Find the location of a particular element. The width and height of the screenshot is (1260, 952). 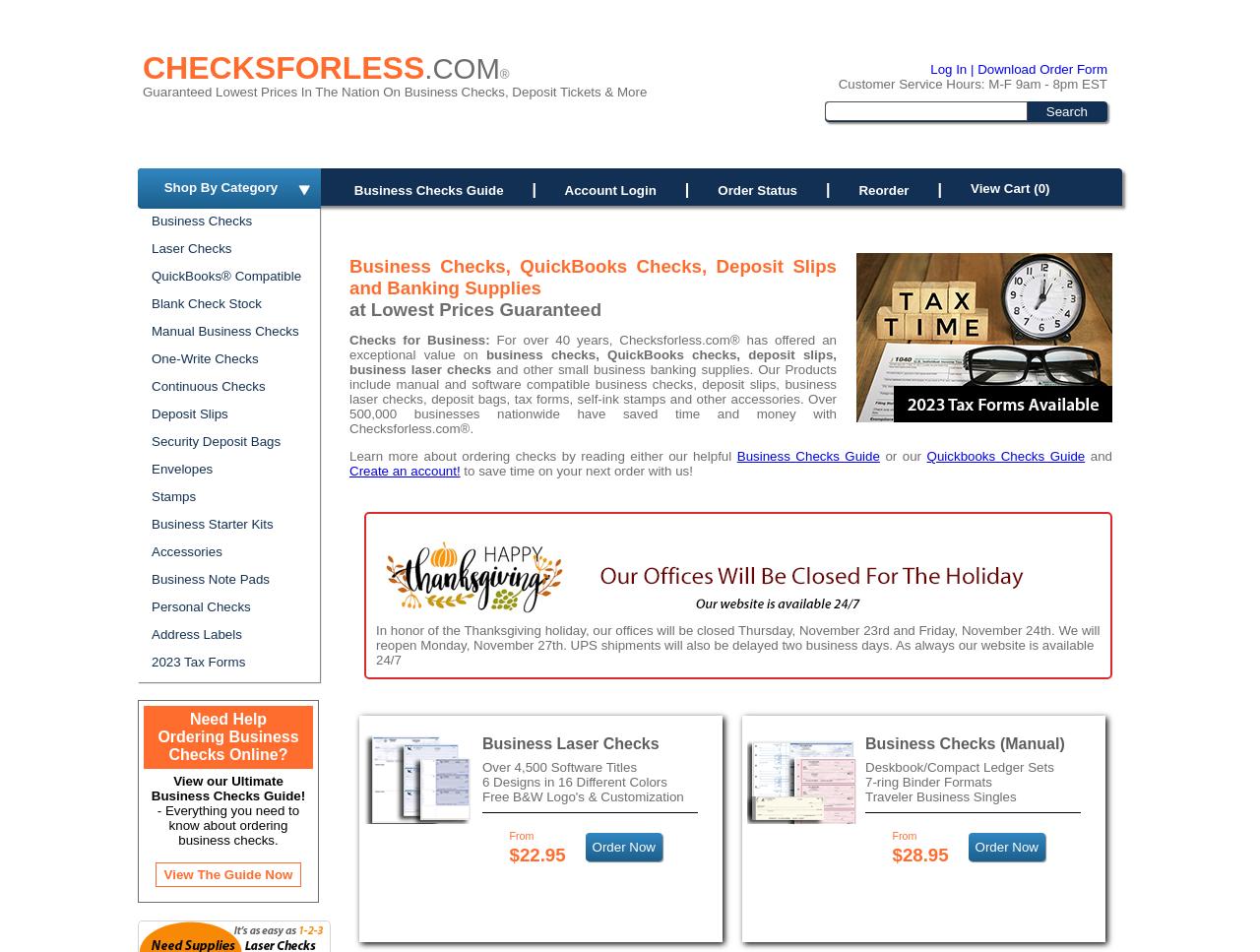

'Guaranteed Lowest Prices In The Nation On Business Checks, Deposit Tickets & More' is located at coordinates (394, 92).